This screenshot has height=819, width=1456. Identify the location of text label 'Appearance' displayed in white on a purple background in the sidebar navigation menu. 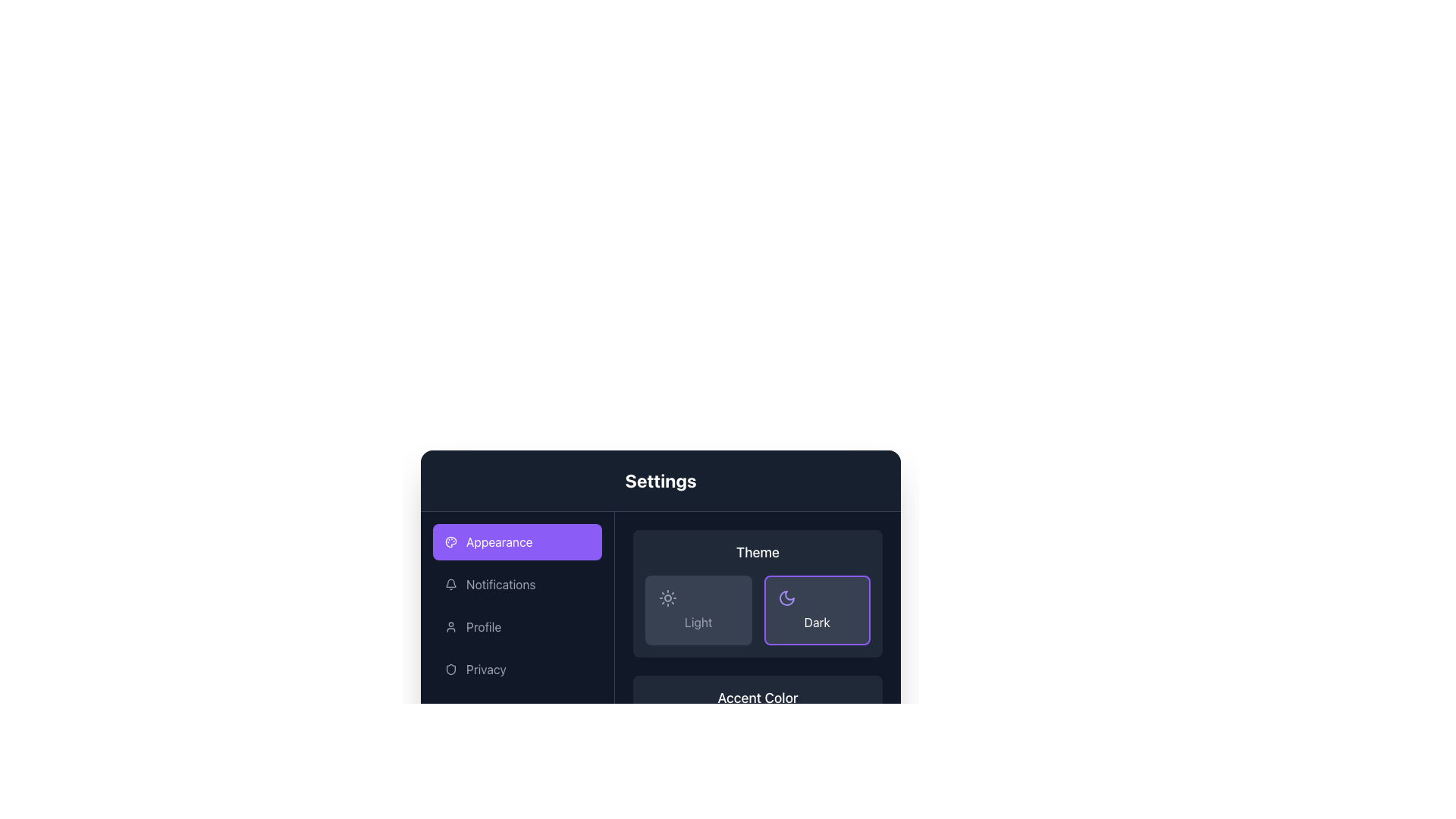
(499, 541).